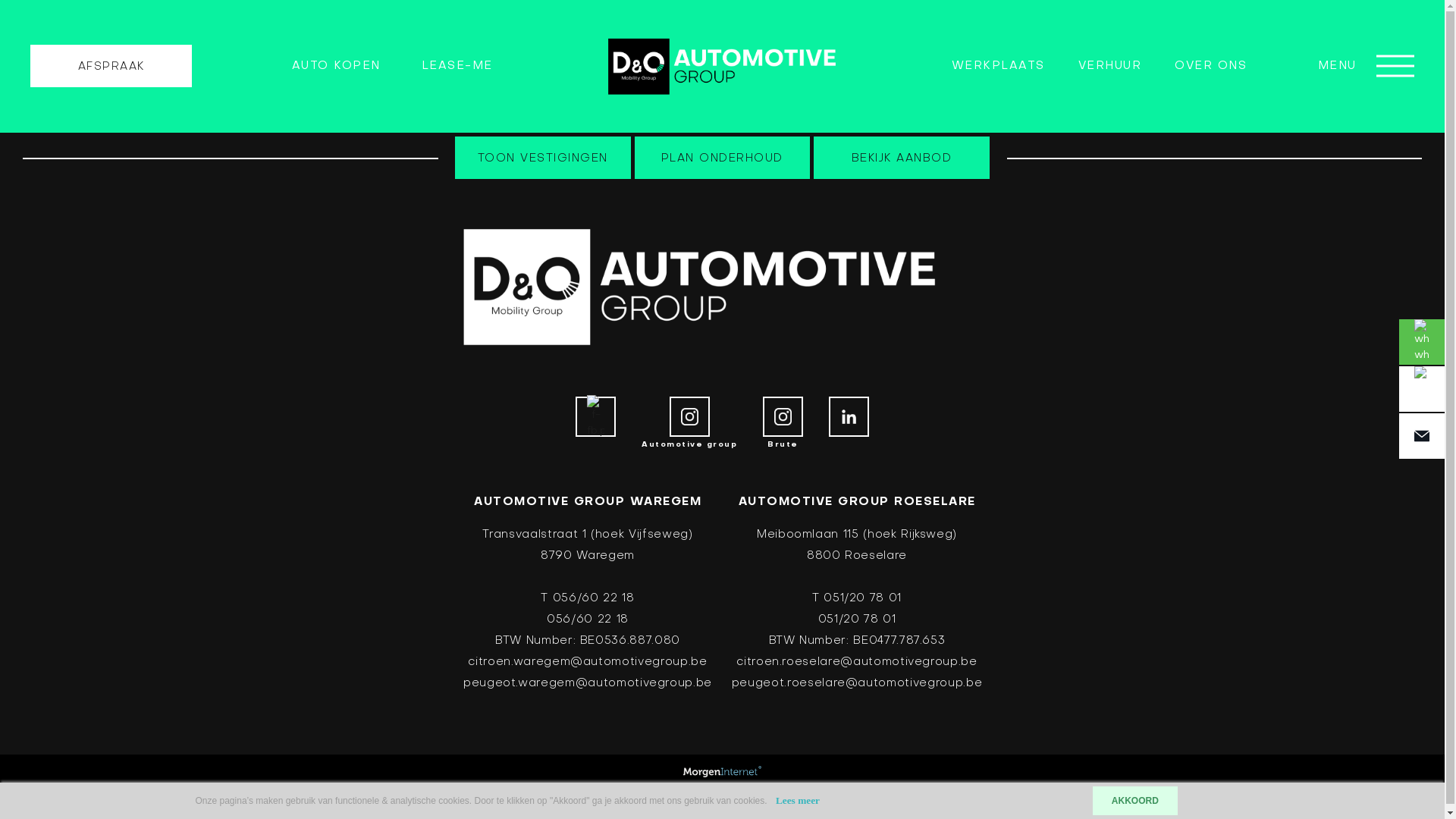  Describe the element at coordinates (998, 65) in the screenshot. I see `'WERKPLAATS'` at that location.